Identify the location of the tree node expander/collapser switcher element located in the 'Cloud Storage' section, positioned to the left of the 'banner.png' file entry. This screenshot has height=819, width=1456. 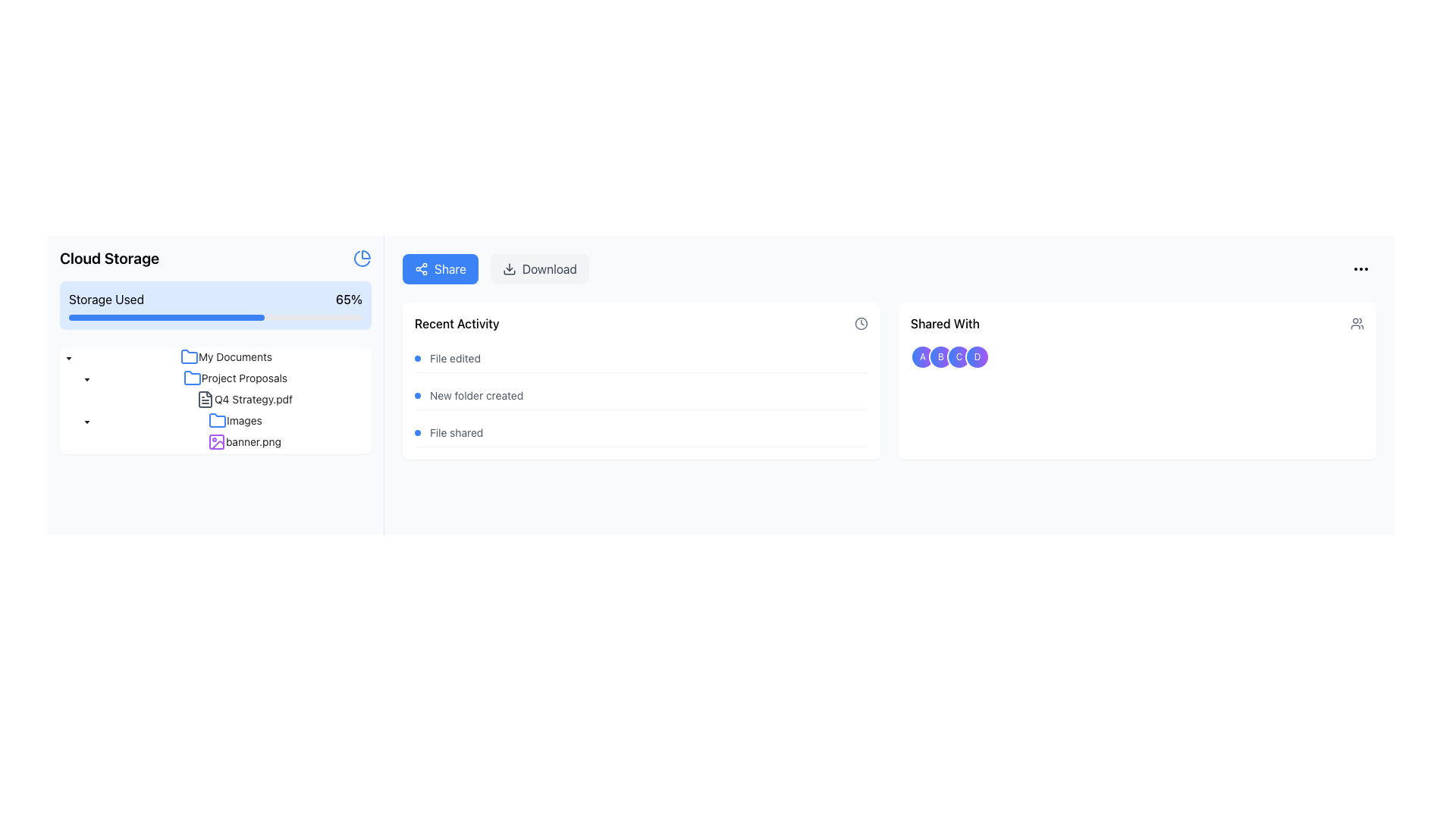
(105, 441).